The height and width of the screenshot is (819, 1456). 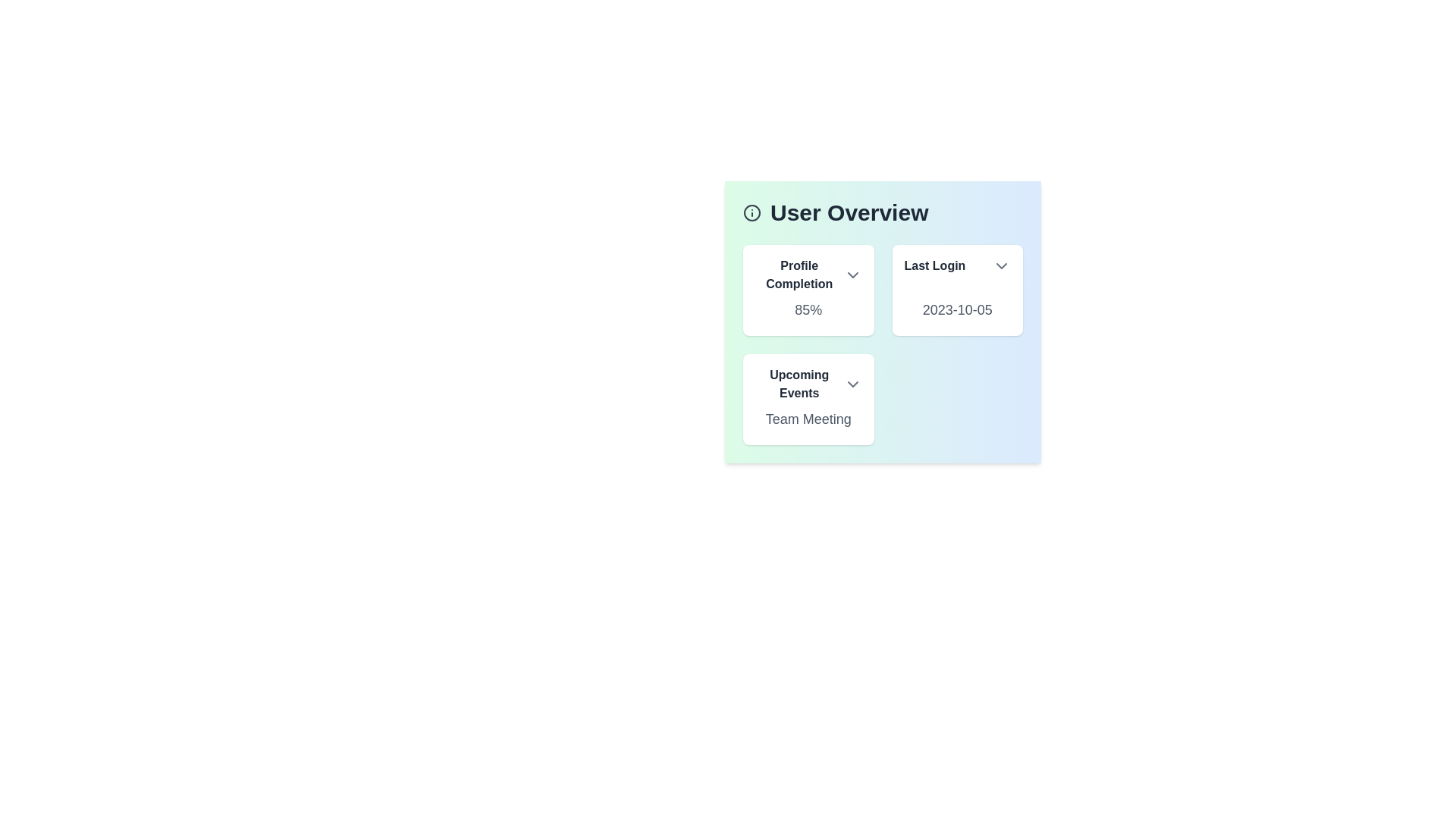 What do you see at coordinates (956, 309) in the screenshot?
I see `the informational text label displaying the last login date of the user, located below the 'Last Login' text in the 'User Overview' section` at bounding box center [956, 309].